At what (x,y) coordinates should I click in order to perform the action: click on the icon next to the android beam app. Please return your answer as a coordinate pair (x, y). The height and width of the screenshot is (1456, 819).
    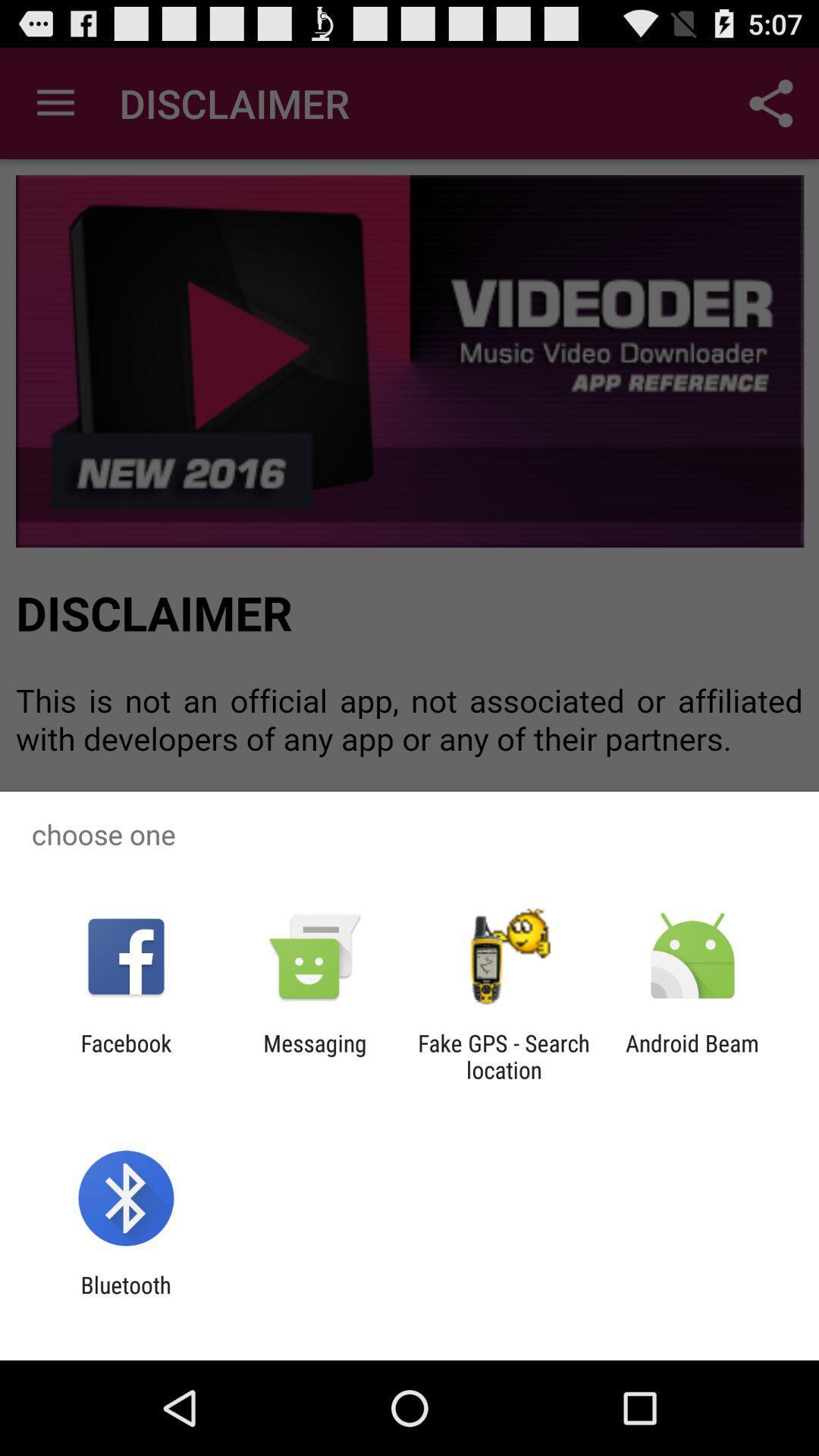
    Looking at the image, I should click on (504, 1056).